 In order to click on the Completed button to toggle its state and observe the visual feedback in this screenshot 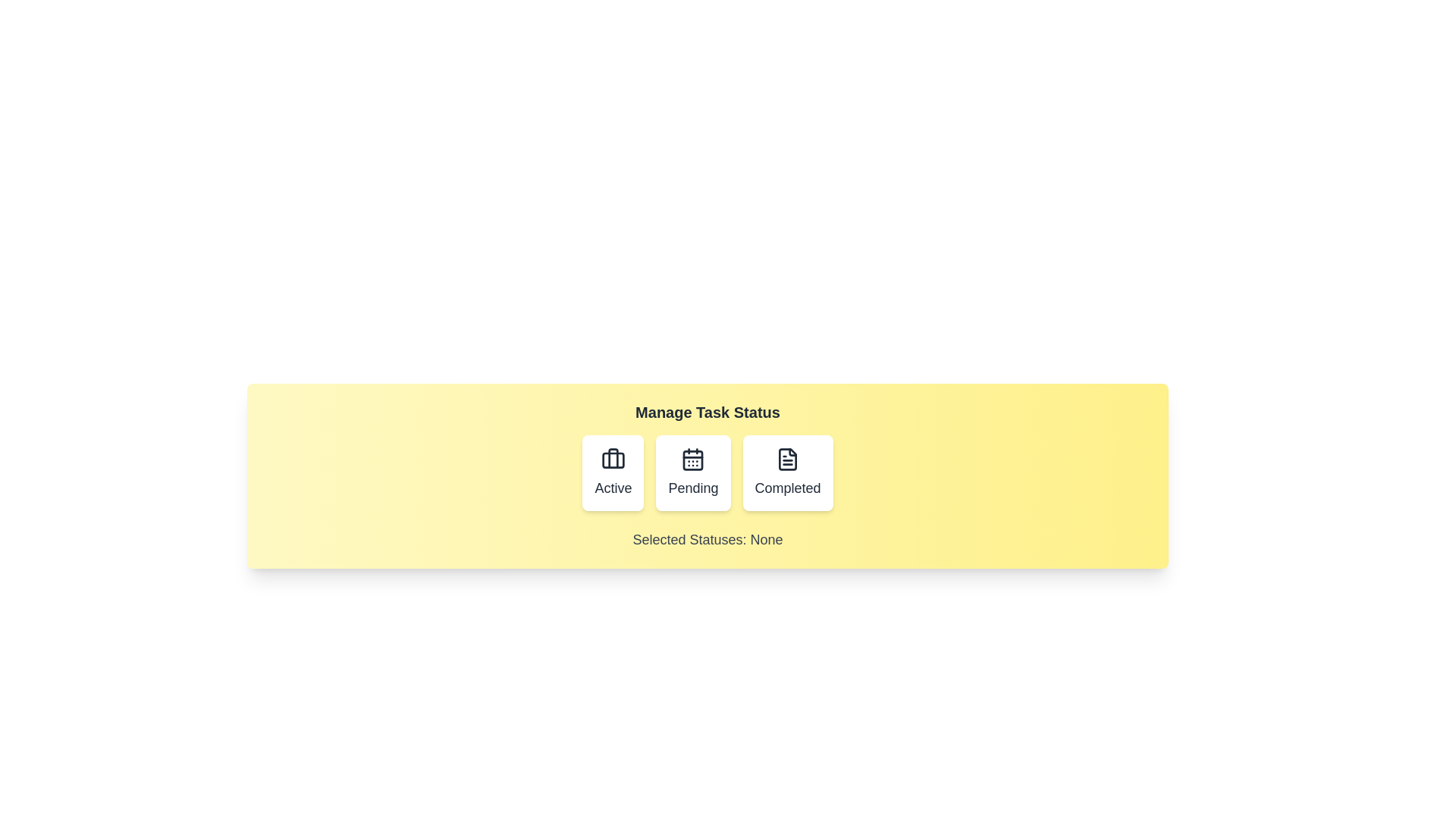, I will do `click(788, 472)`.